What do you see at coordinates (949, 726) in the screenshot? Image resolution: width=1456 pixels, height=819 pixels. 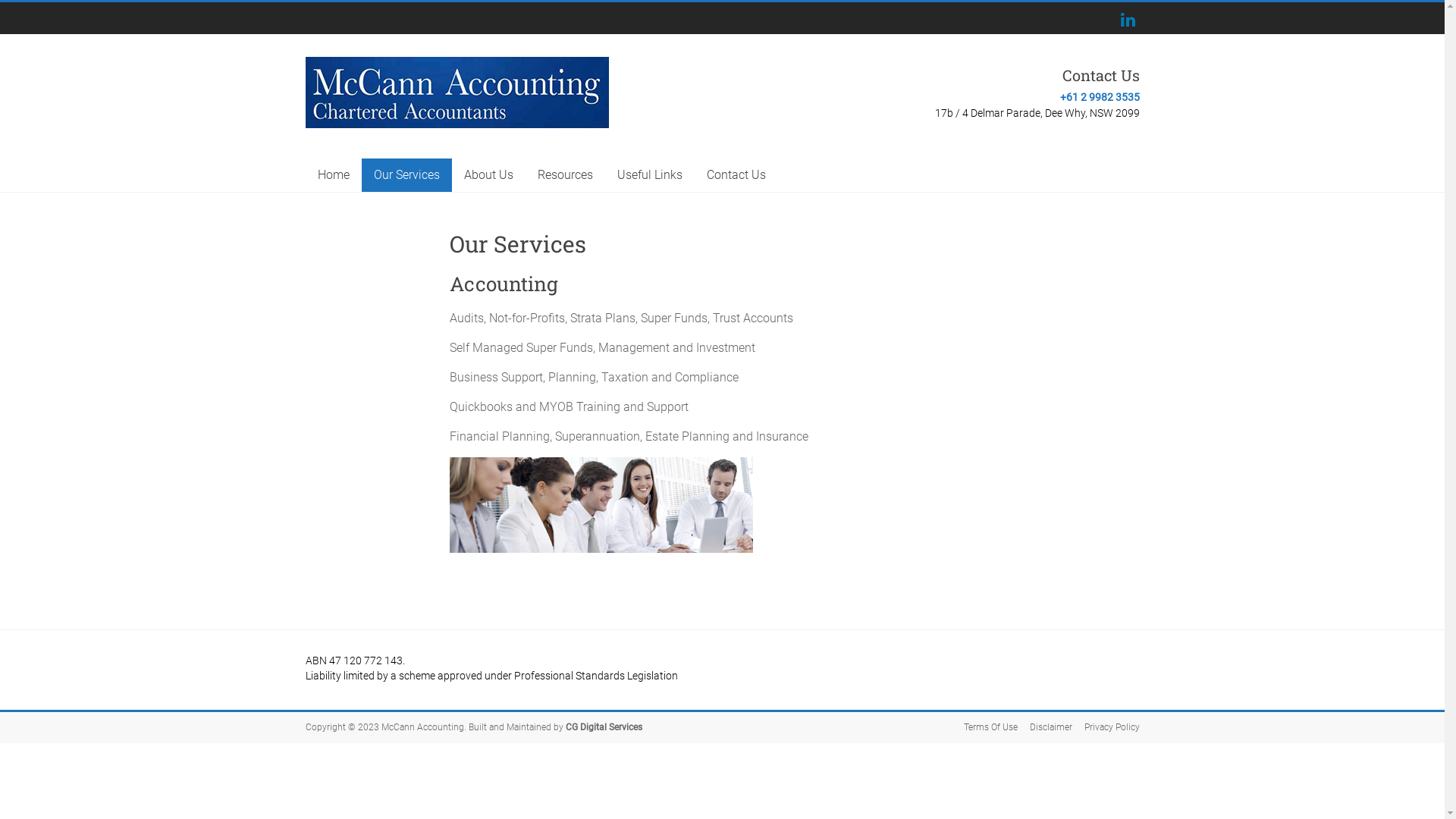 I see `'Terms Of Use'` at bounding box center [949, 726].